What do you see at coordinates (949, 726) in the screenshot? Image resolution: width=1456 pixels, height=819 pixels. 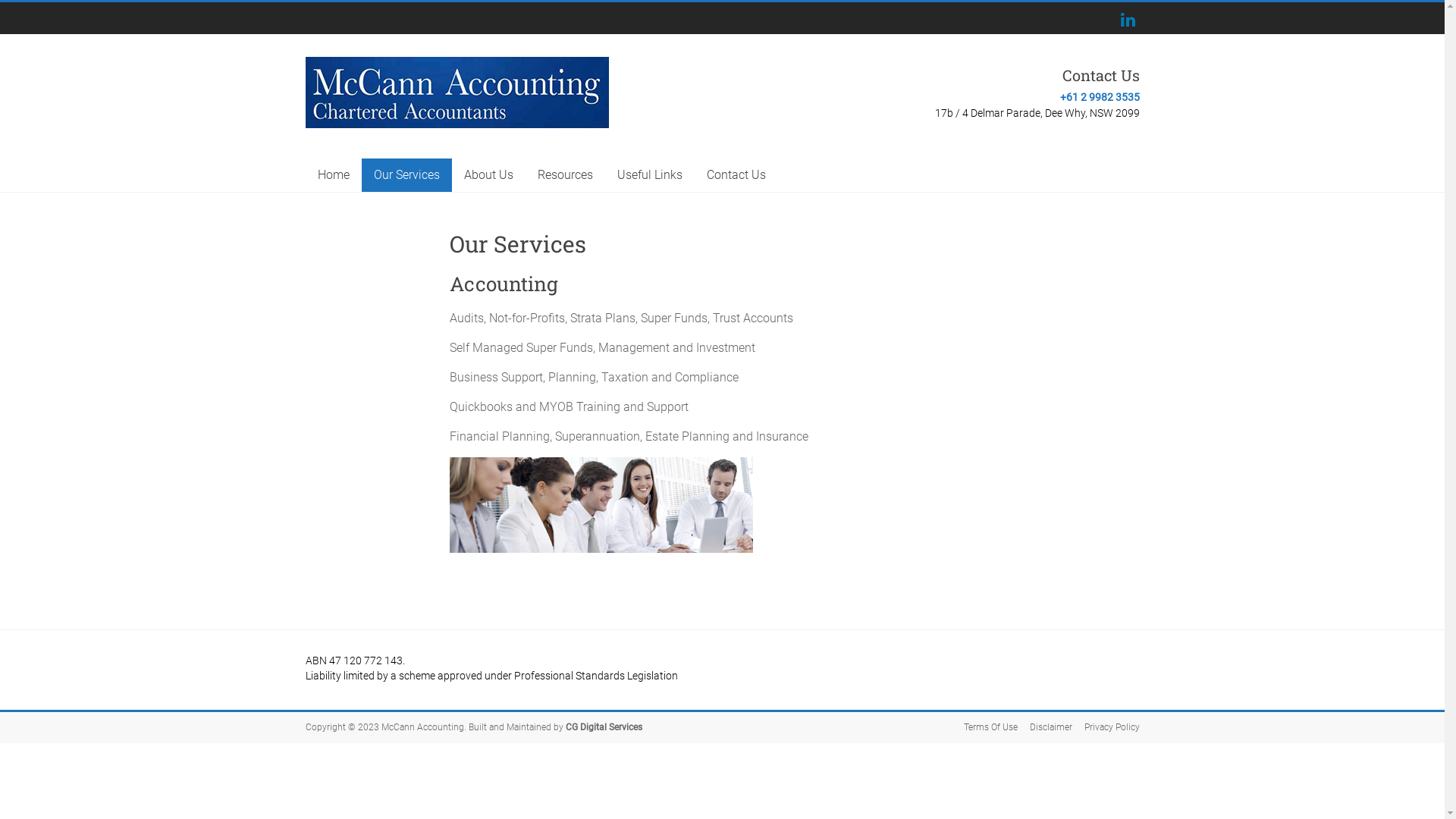 I see `'Terms Of Use'` at bounding box center [949, 726].